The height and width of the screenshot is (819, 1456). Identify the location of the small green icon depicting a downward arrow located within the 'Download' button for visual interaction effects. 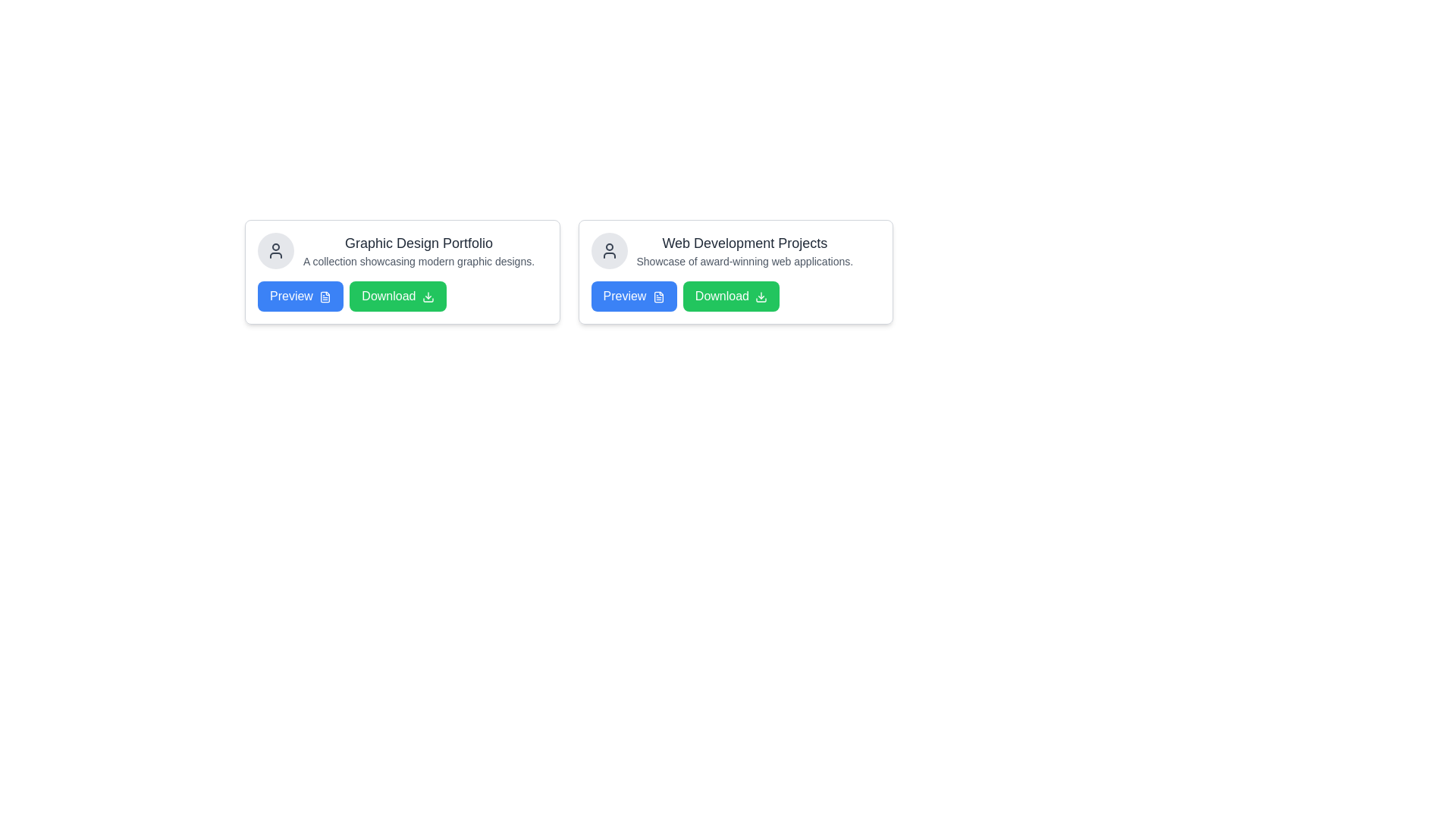
(761, 297).